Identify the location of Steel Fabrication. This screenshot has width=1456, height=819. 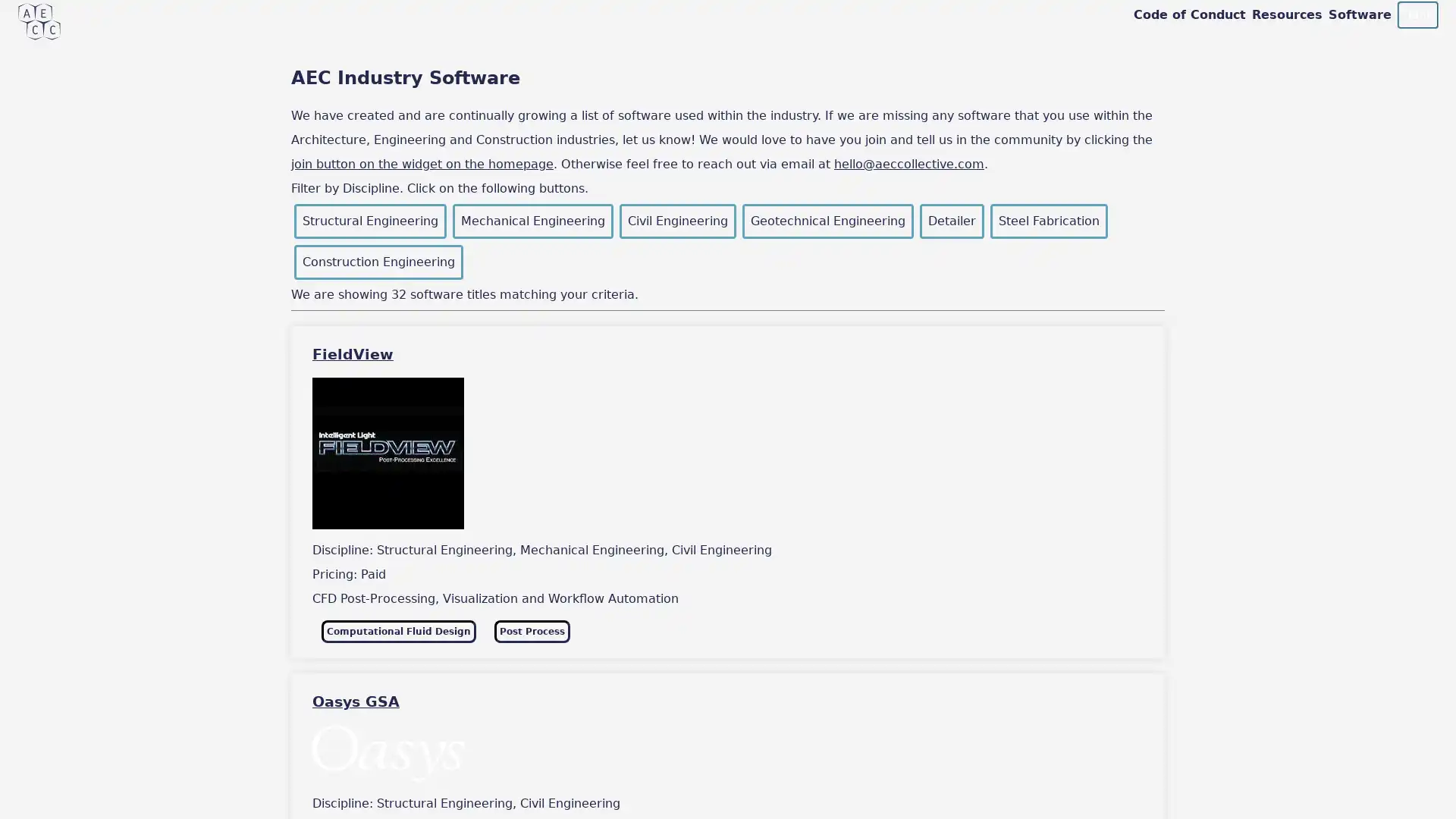
(1048, 221).